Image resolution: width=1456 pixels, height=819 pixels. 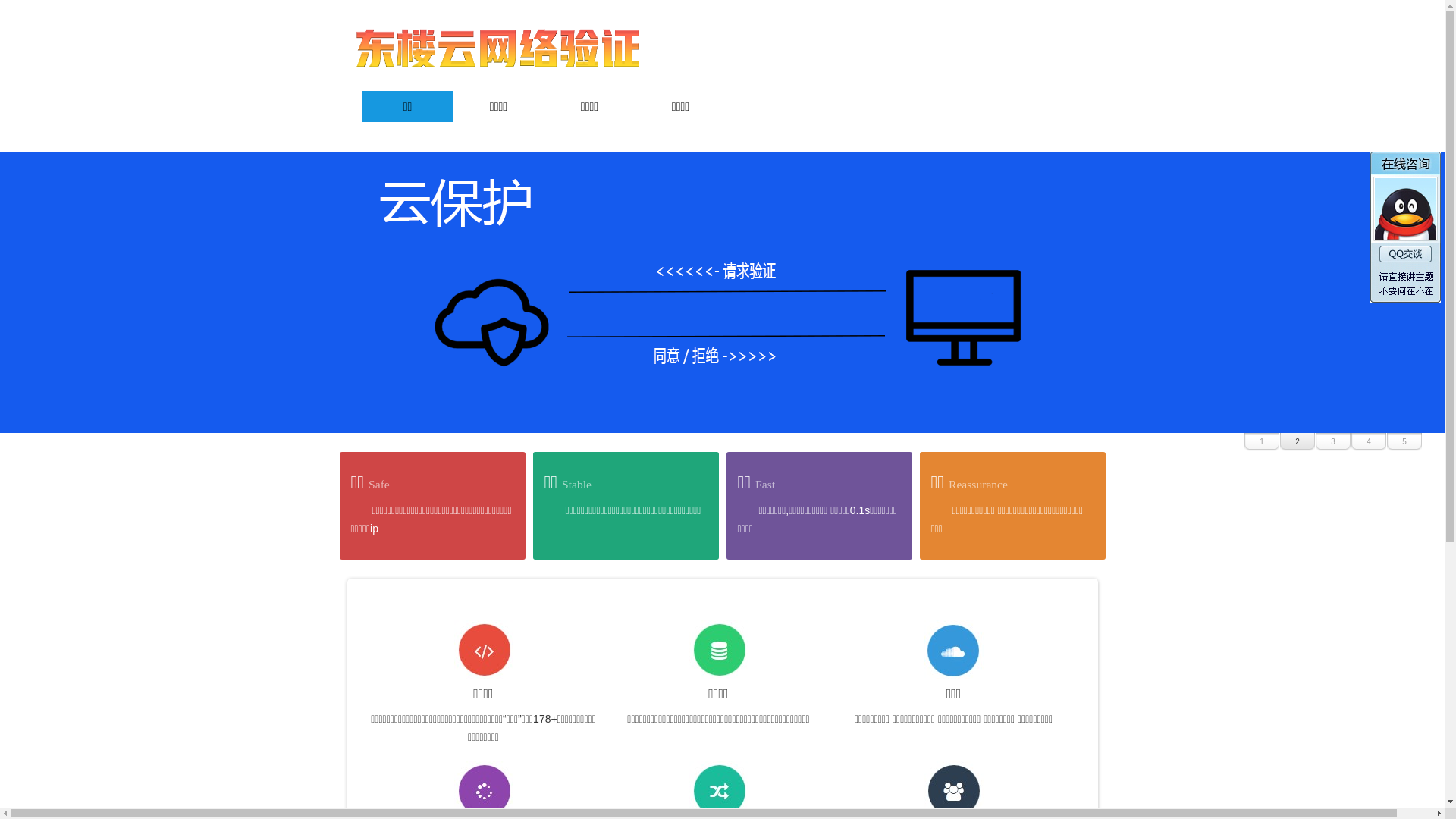 I want to click on '4', so click(x=1368, y=441).